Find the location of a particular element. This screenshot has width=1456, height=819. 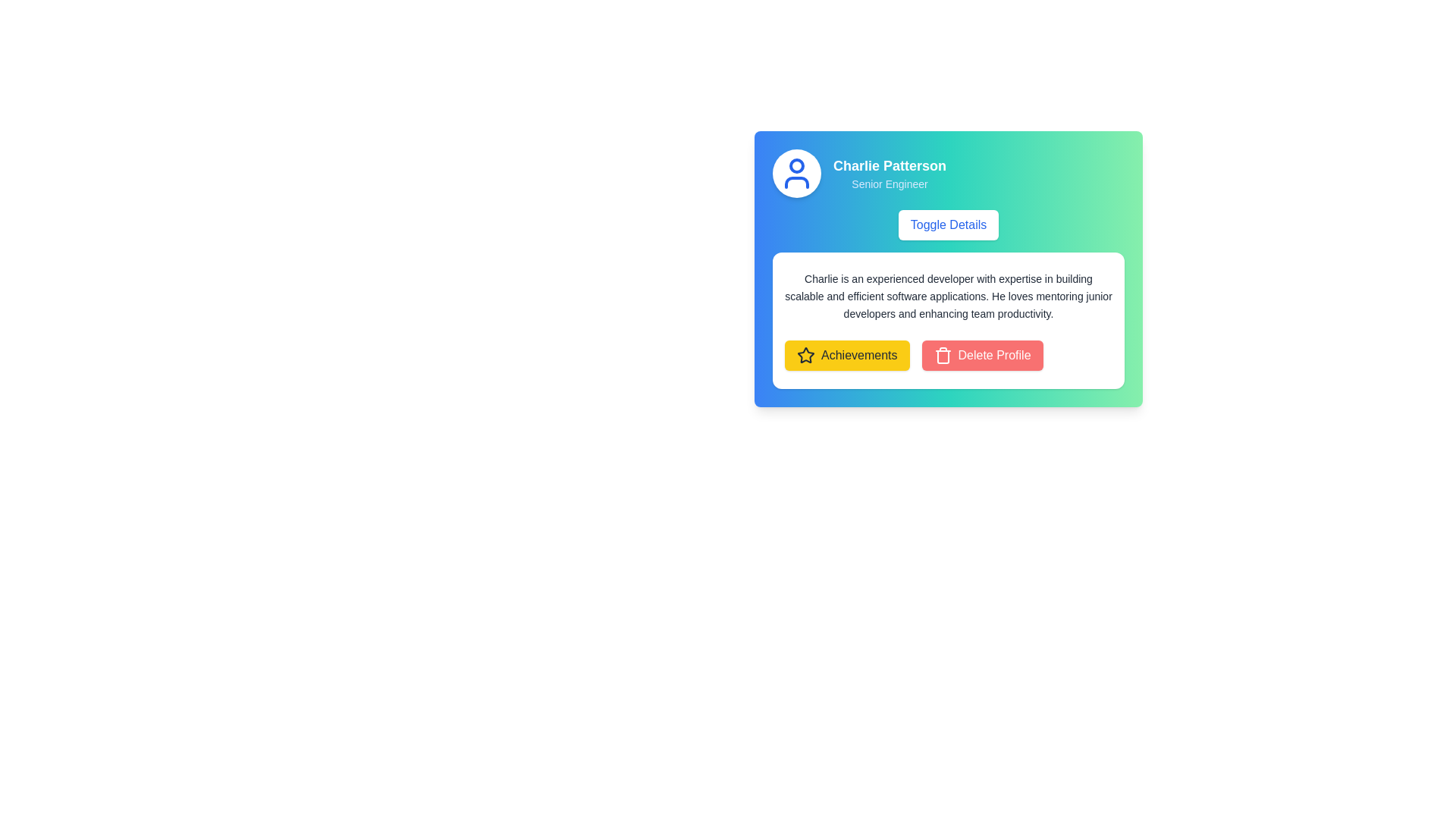

the button located below the title 'Charlie Patterson' and above the descriptive text is located at coordinates (948, 225).